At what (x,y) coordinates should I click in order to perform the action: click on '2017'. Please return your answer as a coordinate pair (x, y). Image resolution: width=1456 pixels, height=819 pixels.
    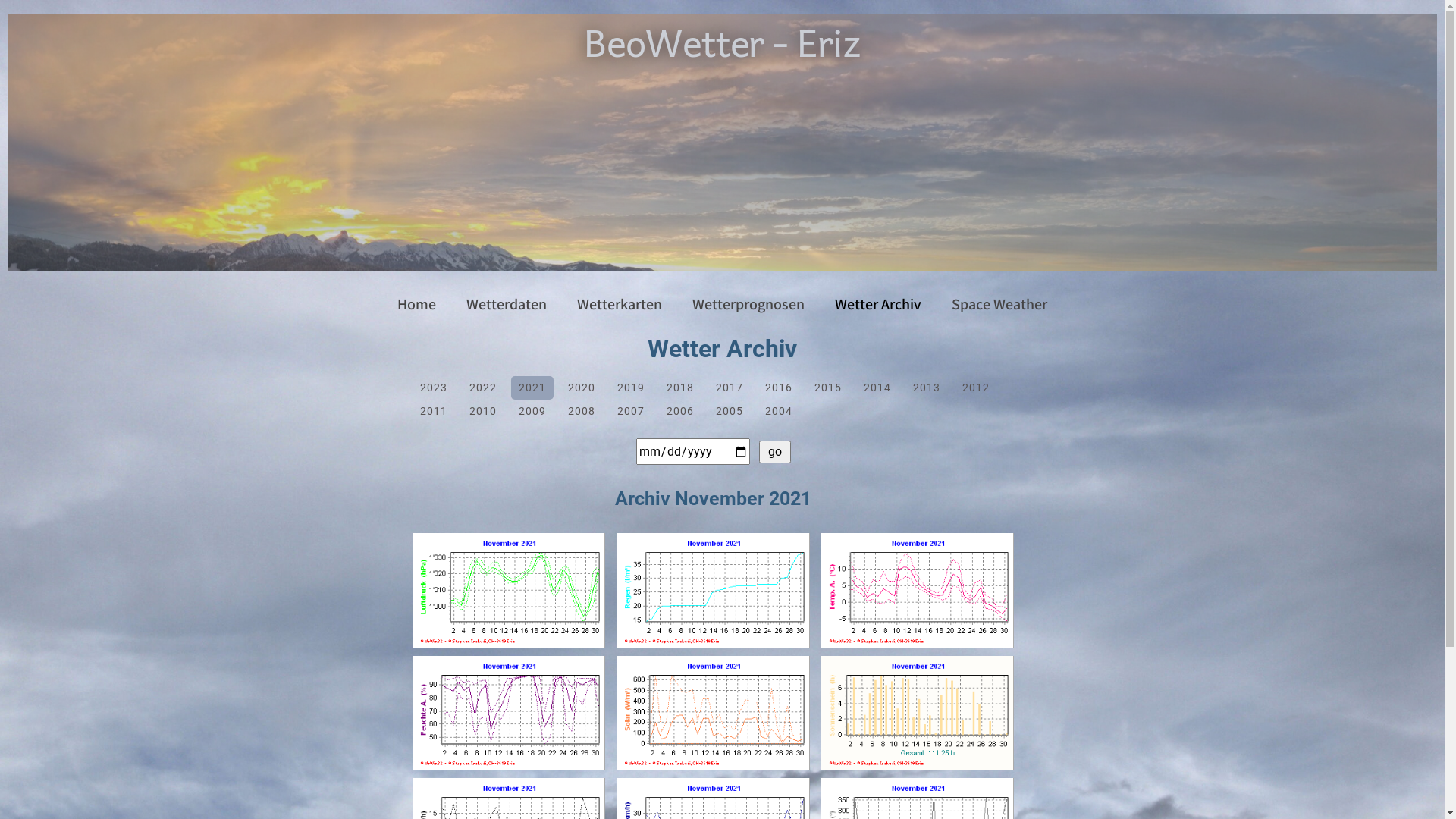
    Looking at the image, I should click on (729, 387).